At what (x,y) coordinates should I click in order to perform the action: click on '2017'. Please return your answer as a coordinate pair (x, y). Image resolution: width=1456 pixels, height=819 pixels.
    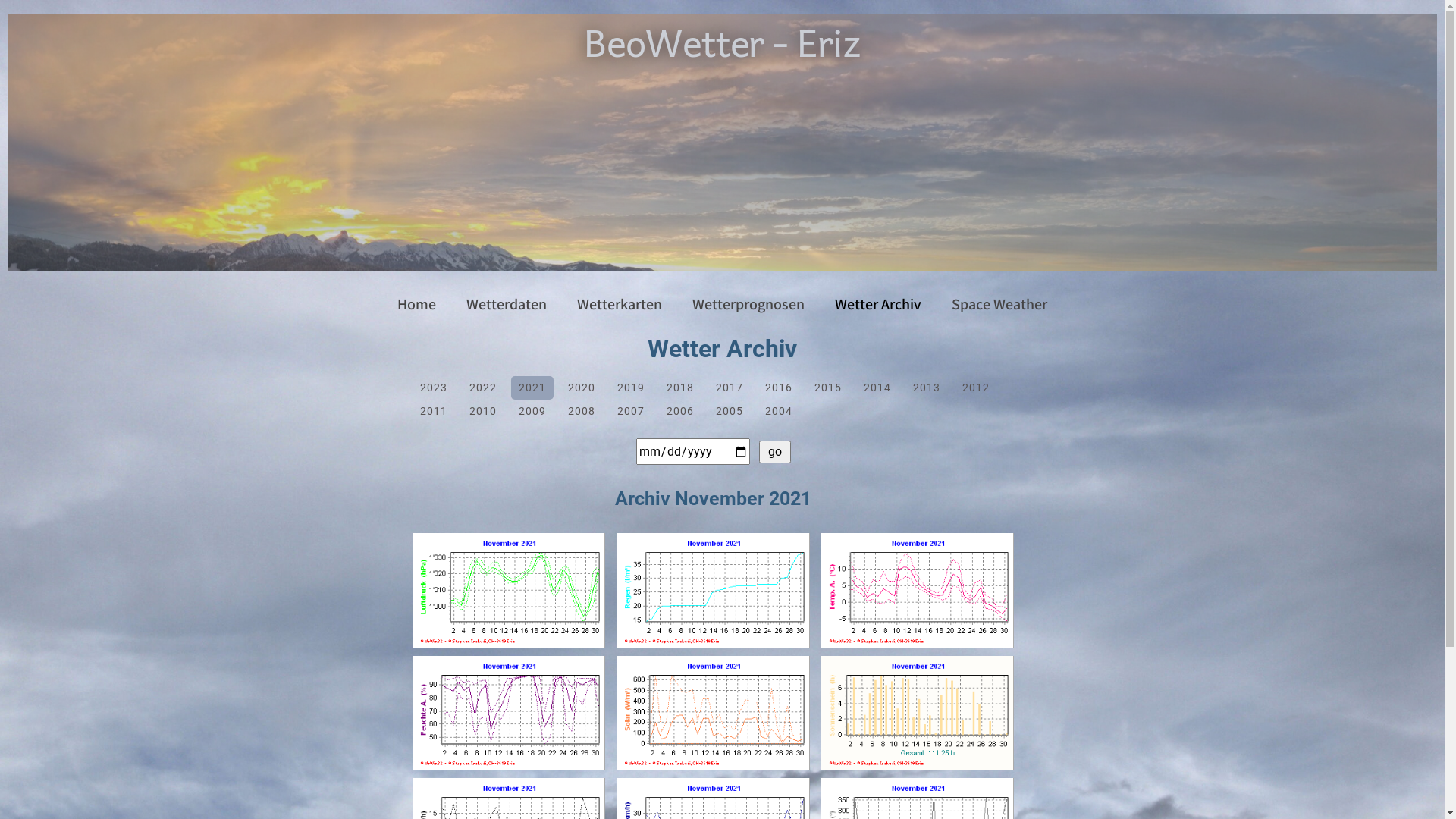
    Looking at the image, I should click on (729, 387).